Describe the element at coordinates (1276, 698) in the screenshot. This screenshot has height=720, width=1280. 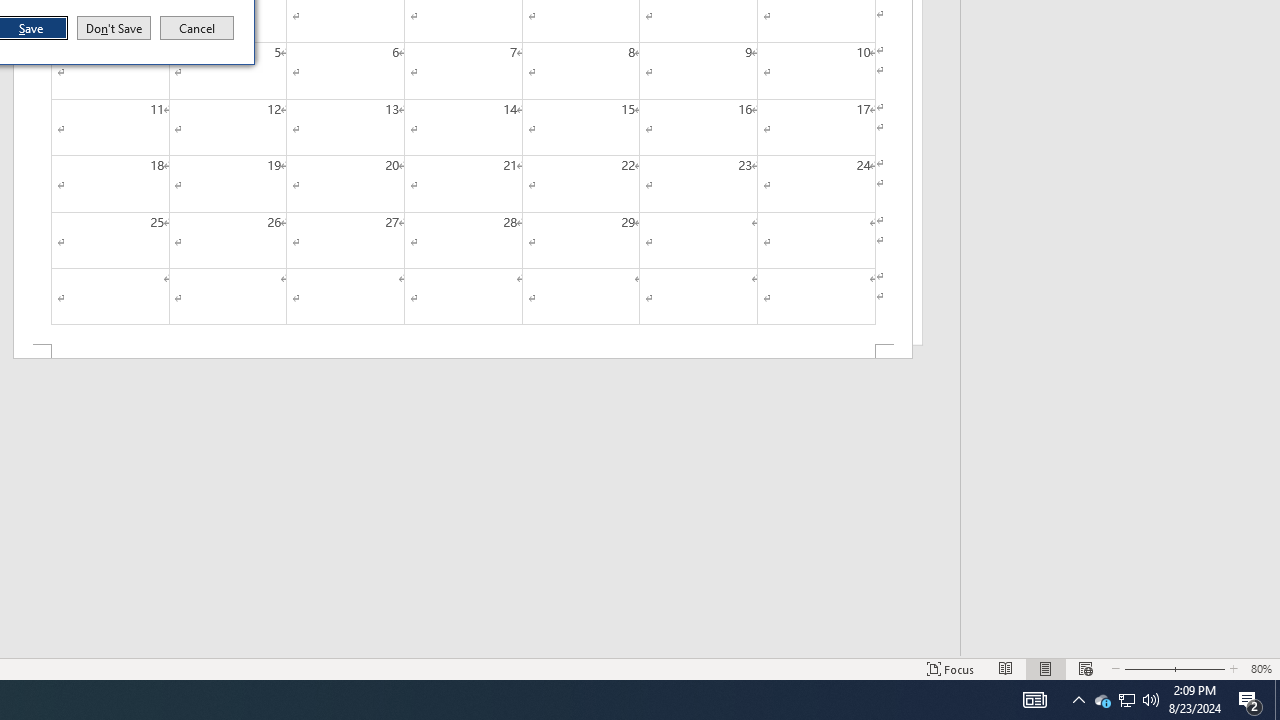
I see `'Show desktop'` at that location.